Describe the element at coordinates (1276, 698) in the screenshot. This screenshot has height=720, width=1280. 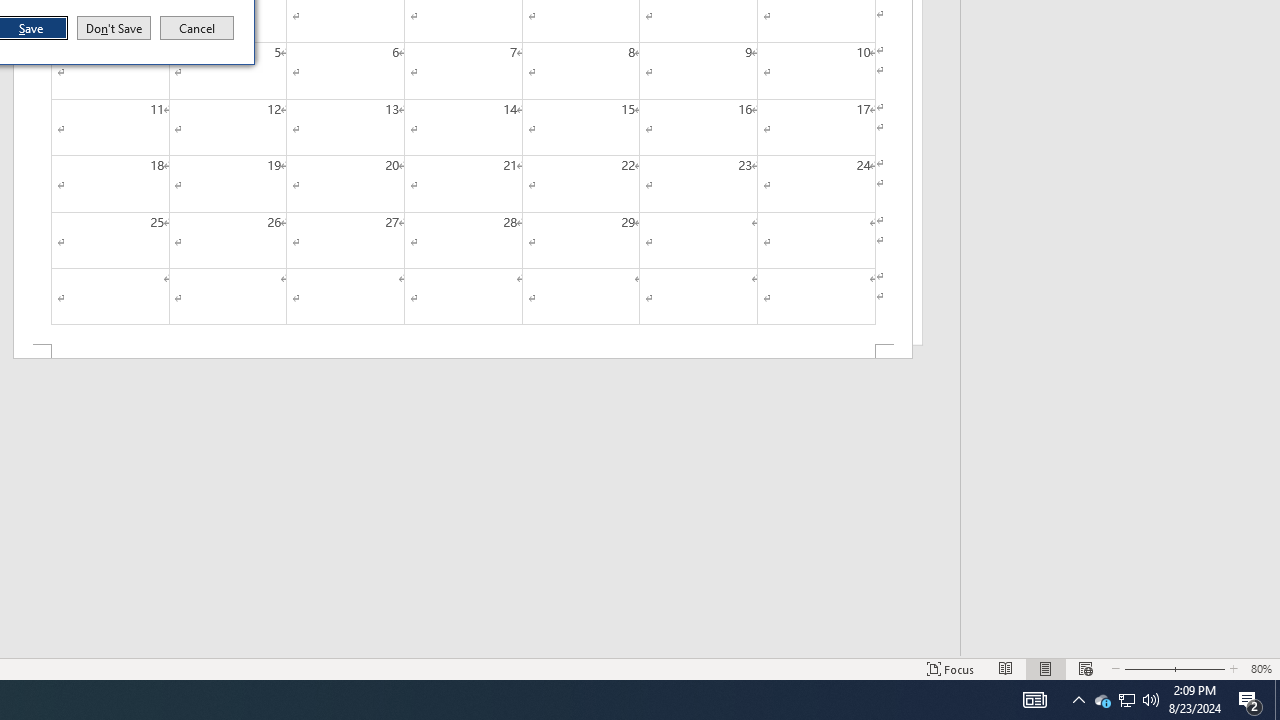
I see `'Show desktop'` at that location.